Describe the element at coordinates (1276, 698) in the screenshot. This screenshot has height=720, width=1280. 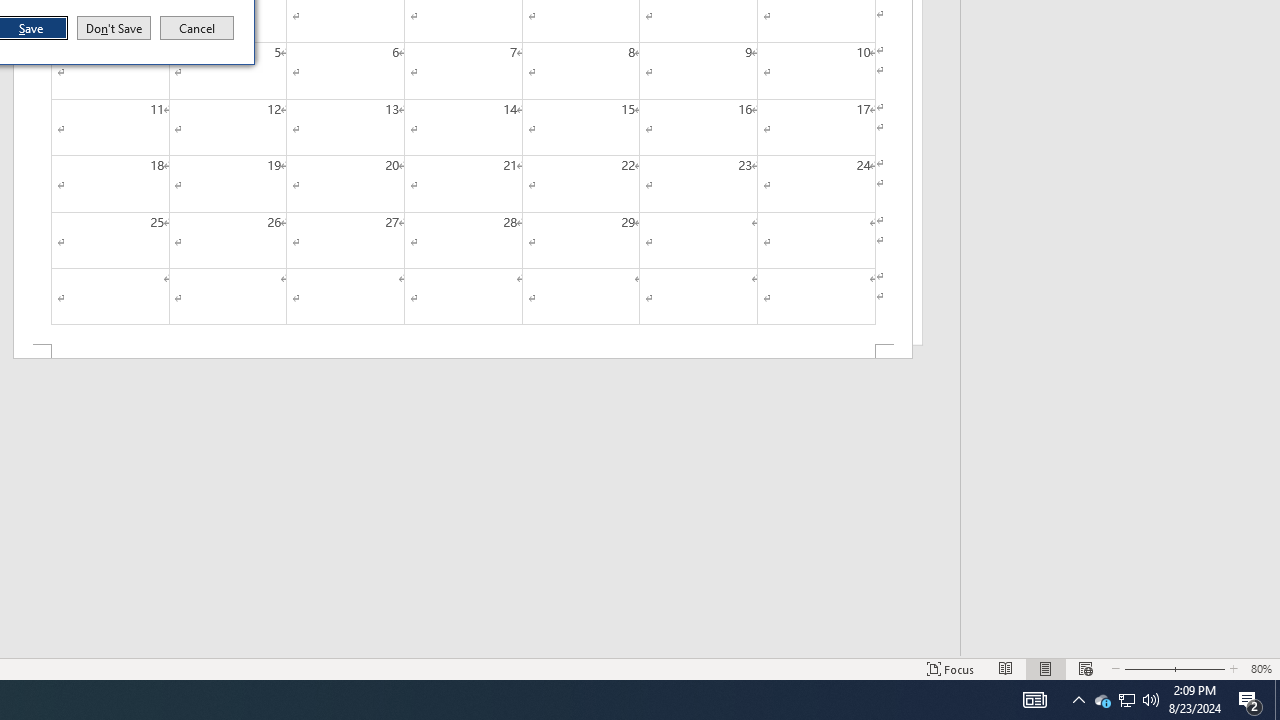
I see `'Show desktop'` at that location.